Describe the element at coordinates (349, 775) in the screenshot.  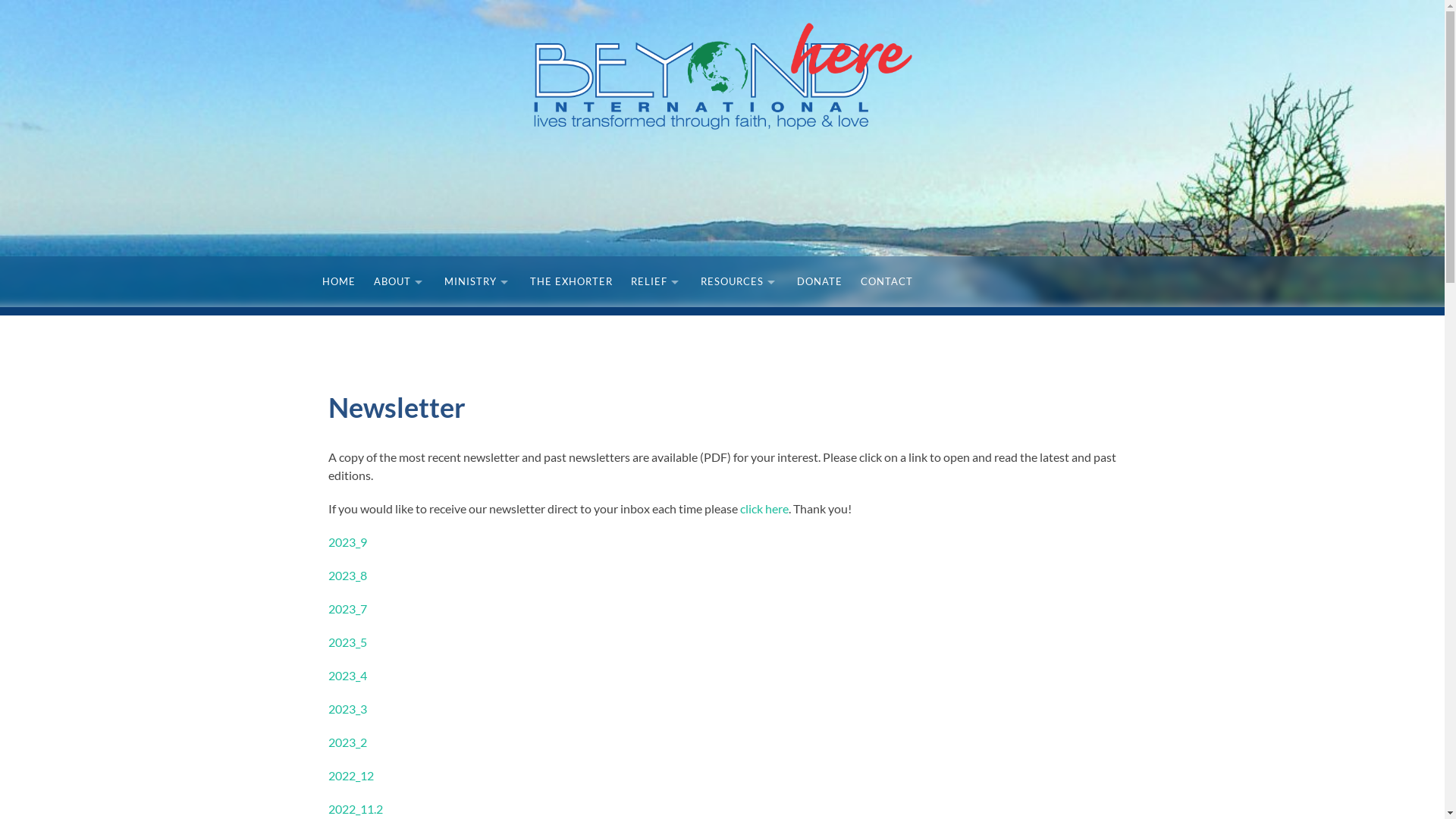
I see `'2022_12'` at that location.